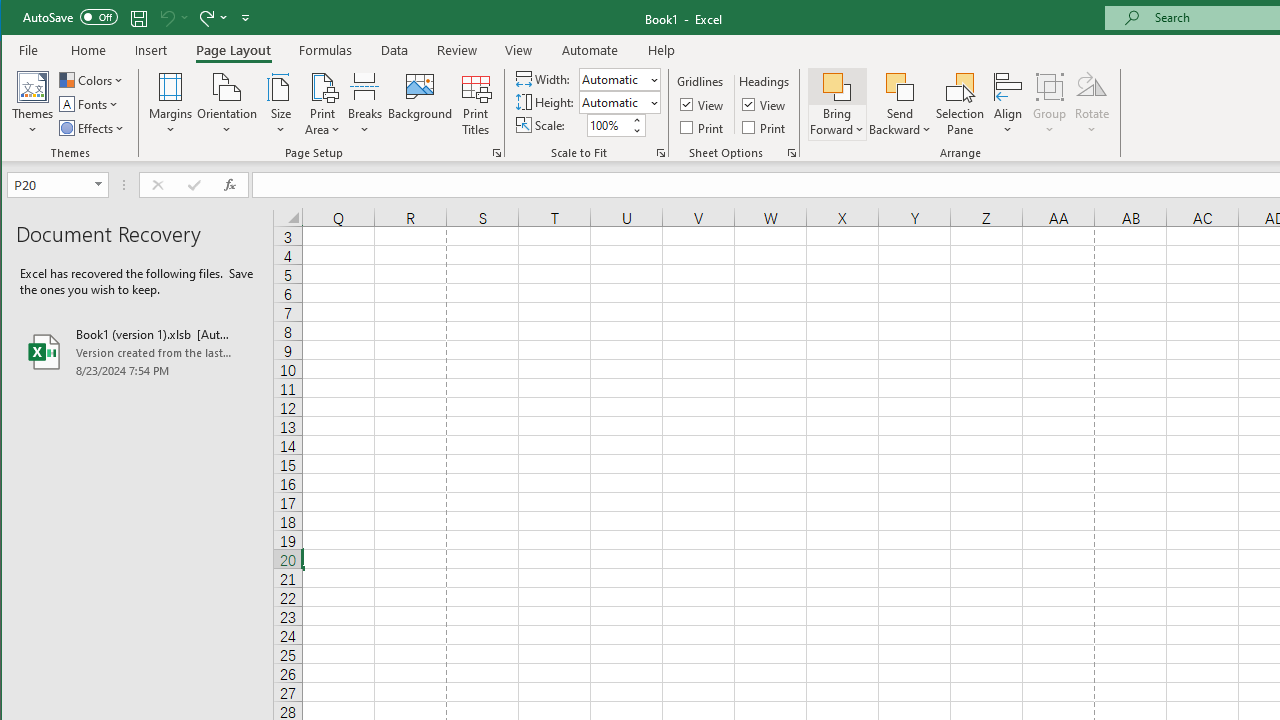 The image size is (1280, 720). What do you see at coordinates (365, 104) in the screenshot?
I see `'Breaks'` at bounding box center [365, 104].